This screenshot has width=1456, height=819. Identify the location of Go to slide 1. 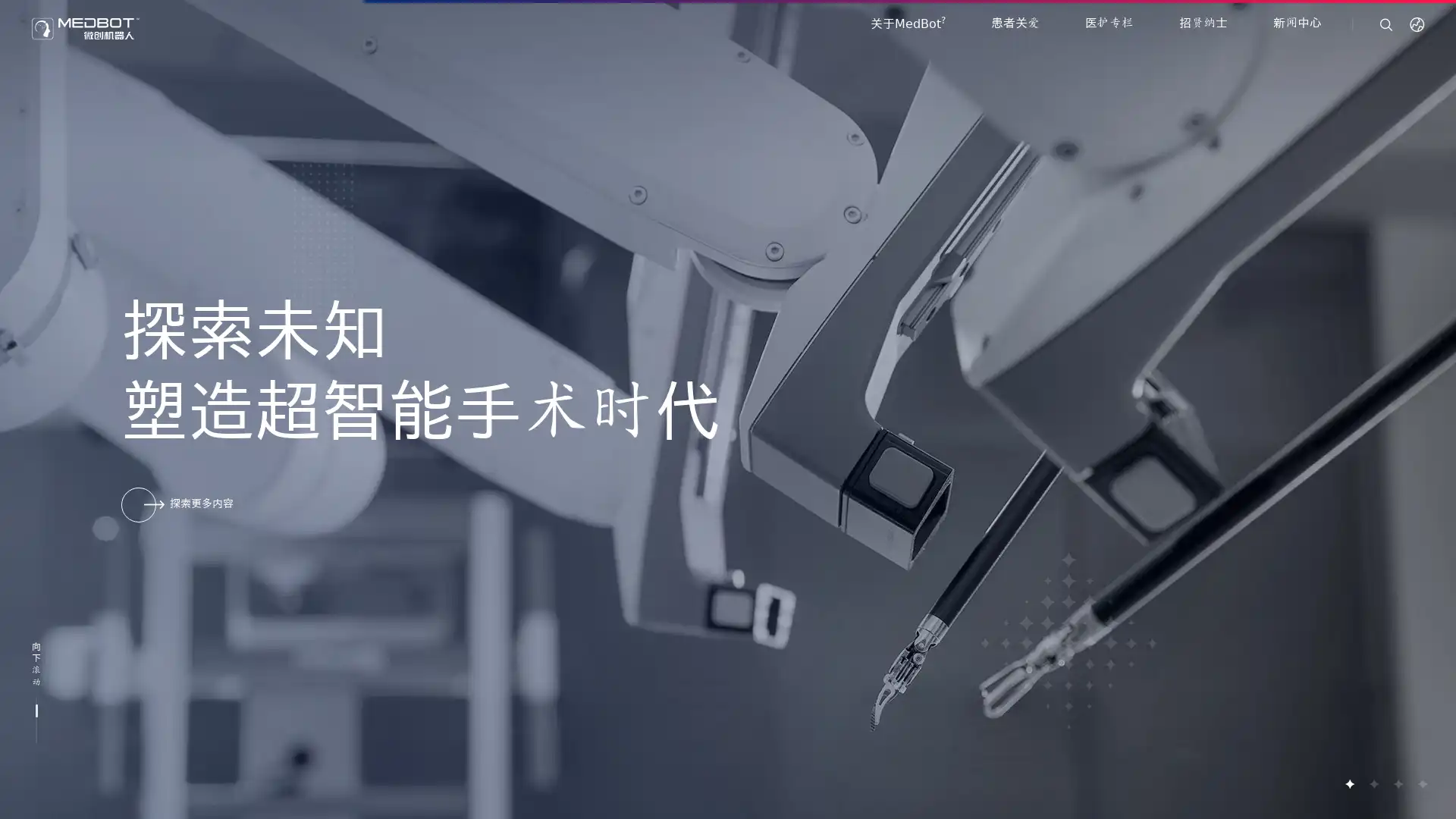
(1349, 783).